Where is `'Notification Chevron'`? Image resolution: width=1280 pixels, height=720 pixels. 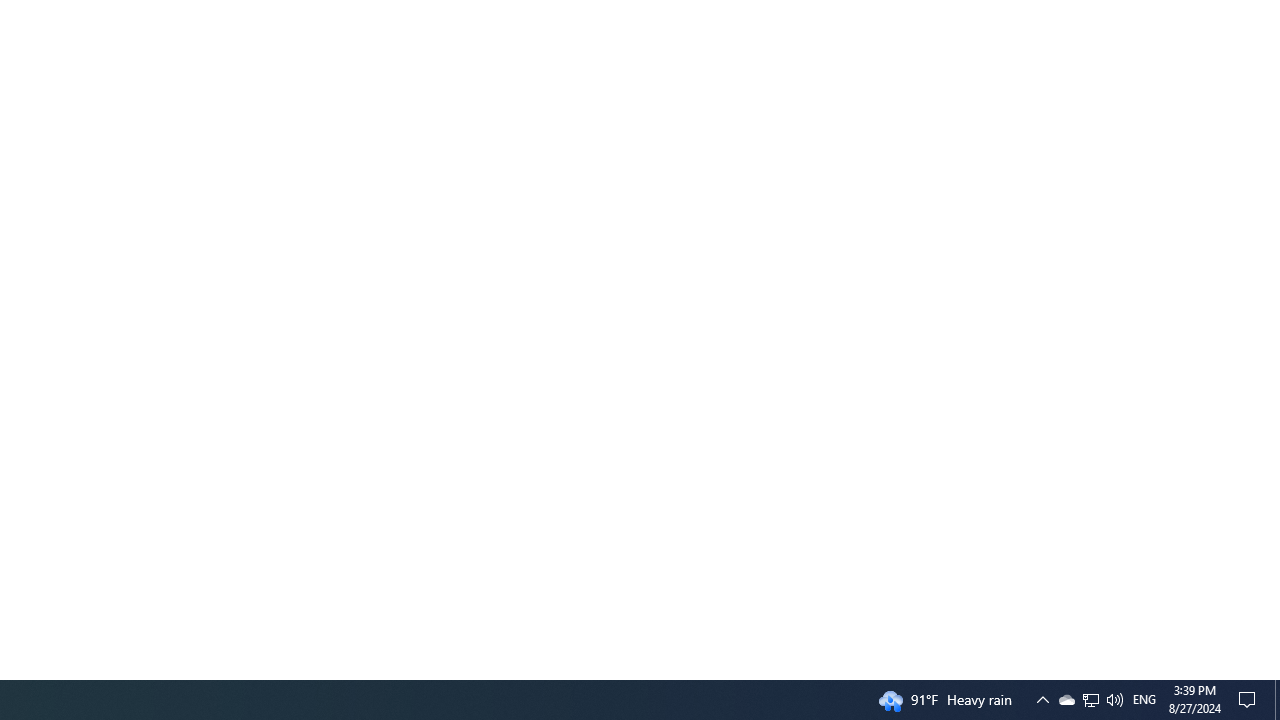
'Notification Chevron' is located at coordinates (1089, 698).